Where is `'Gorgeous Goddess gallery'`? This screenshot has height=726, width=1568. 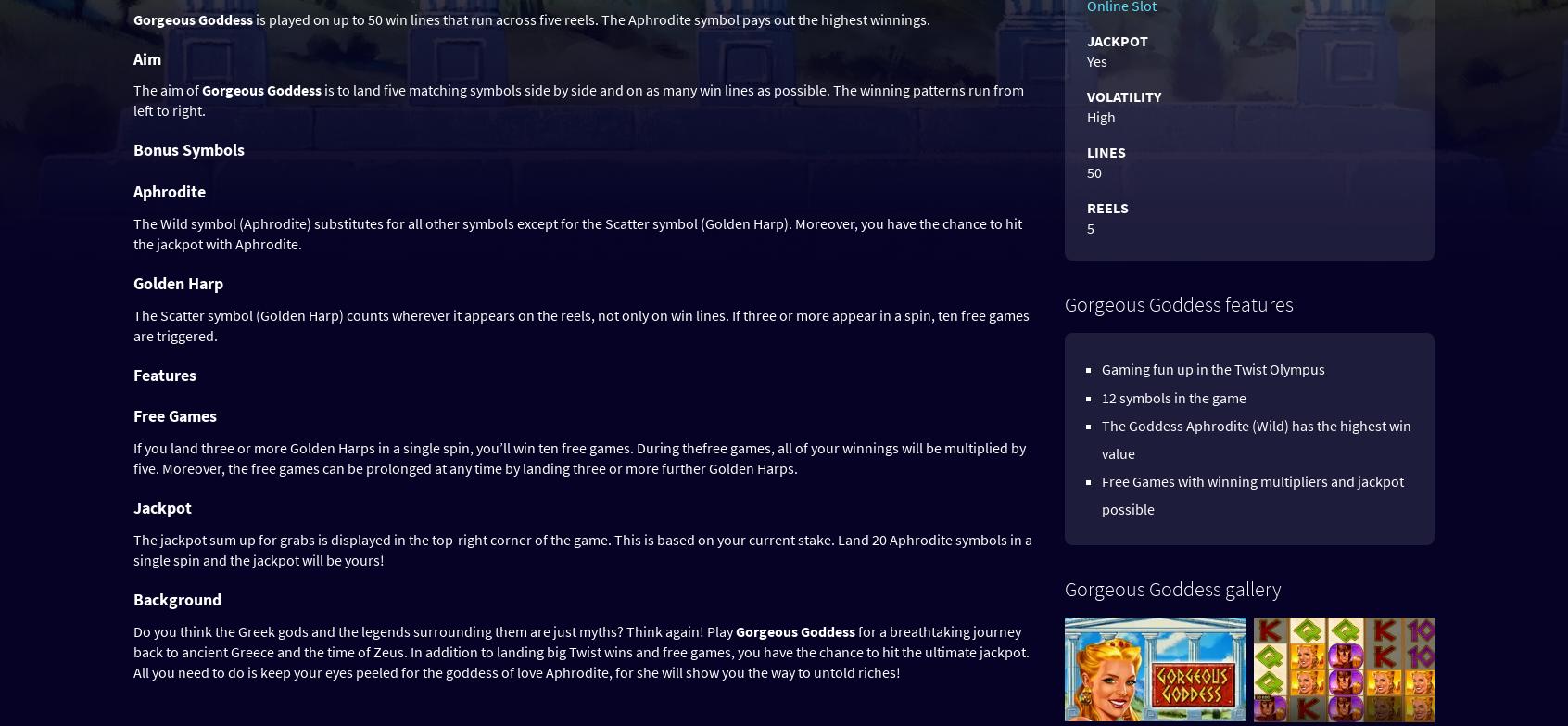
'Gorgeous Goddess gallery' is located at coordinates (1172, 586).